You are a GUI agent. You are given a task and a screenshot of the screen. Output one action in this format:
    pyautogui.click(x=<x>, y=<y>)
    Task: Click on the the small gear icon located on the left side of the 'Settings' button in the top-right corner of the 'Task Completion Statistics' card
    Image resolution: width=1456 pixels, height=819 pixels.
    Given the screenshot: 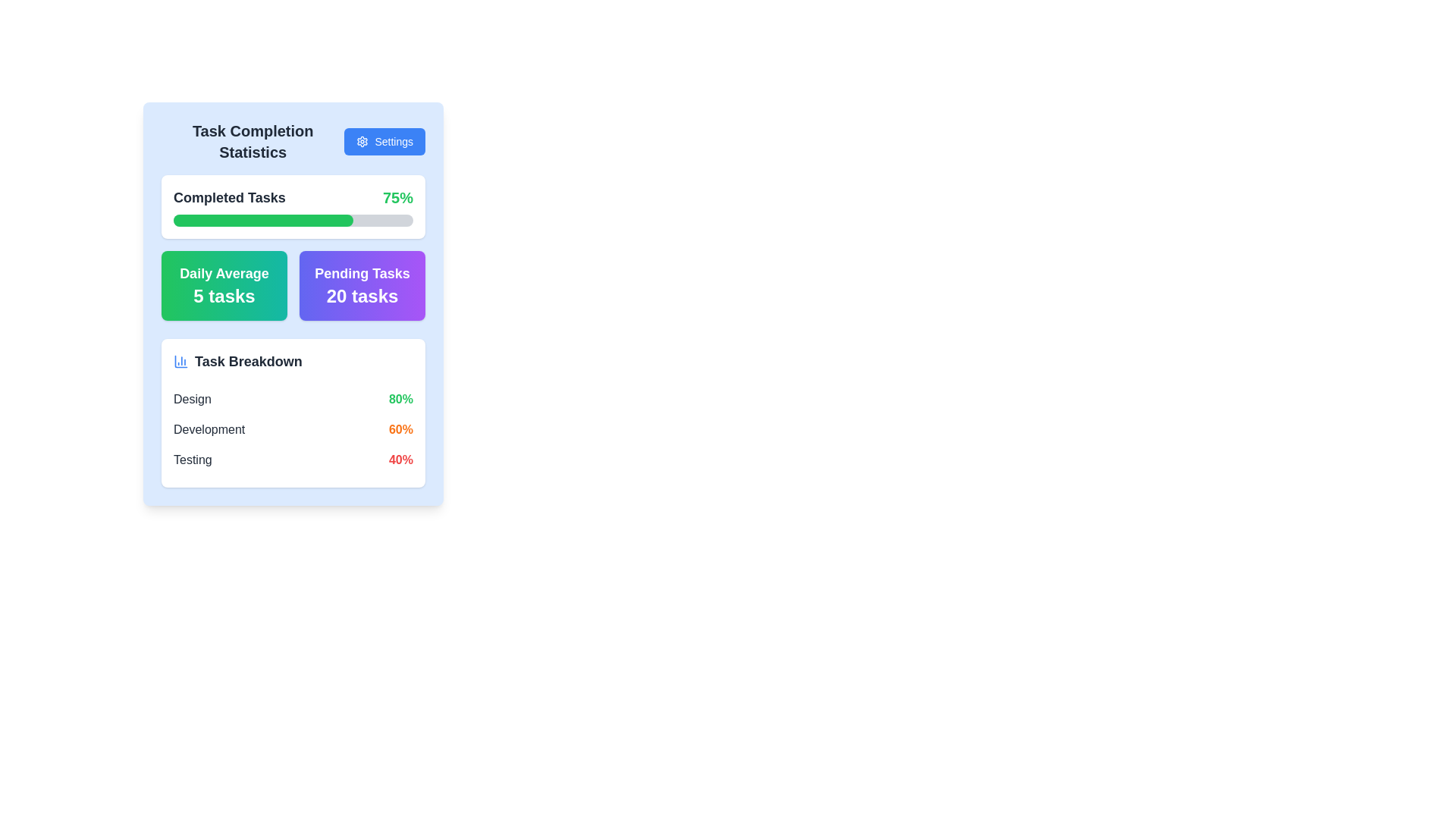 What is the action you would take?
    pyautogui.click(x=362, y=141)
    